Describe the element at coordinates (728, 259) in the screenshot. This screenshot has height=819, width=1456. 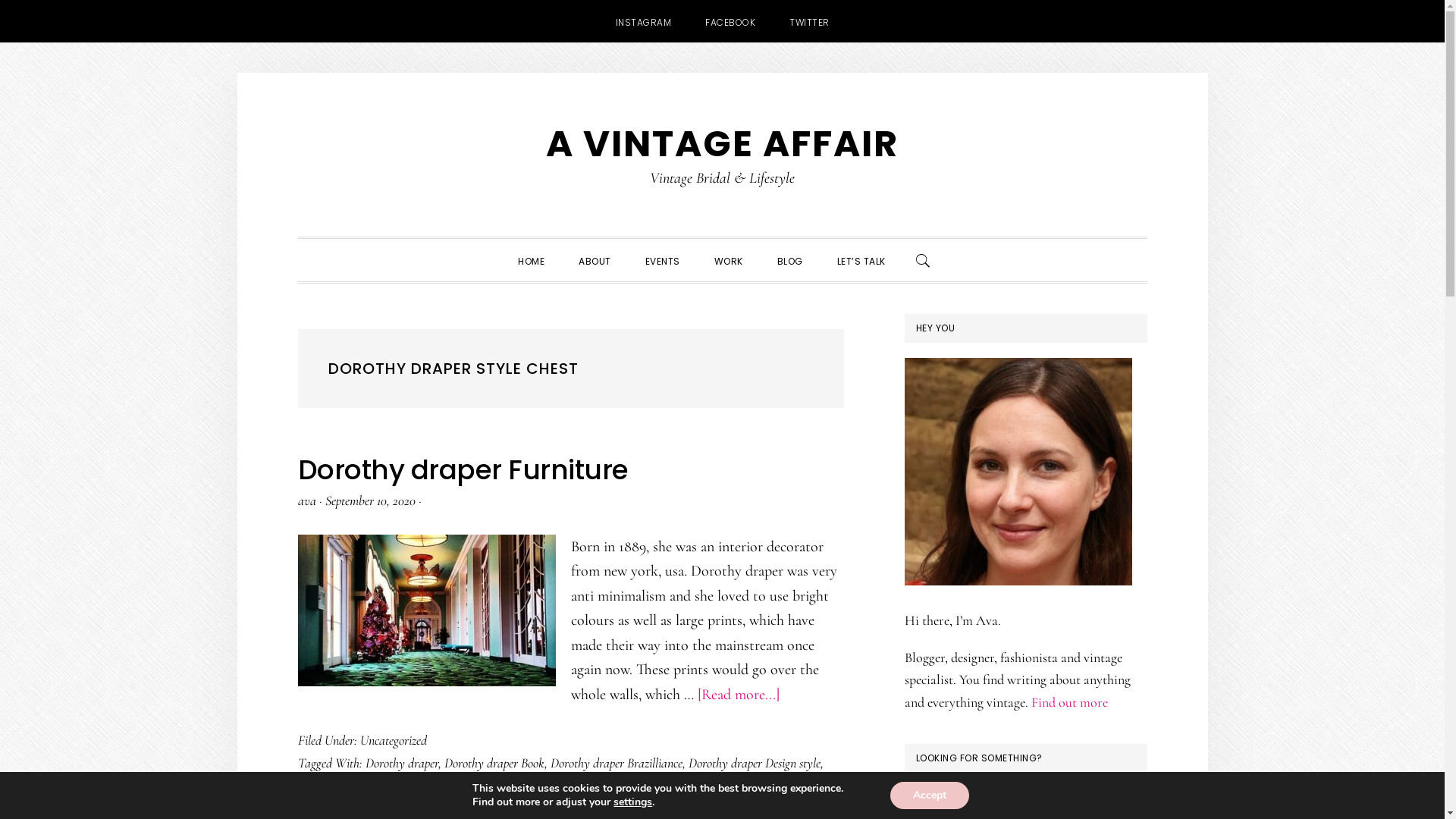
I see `'WORK'` at that location.